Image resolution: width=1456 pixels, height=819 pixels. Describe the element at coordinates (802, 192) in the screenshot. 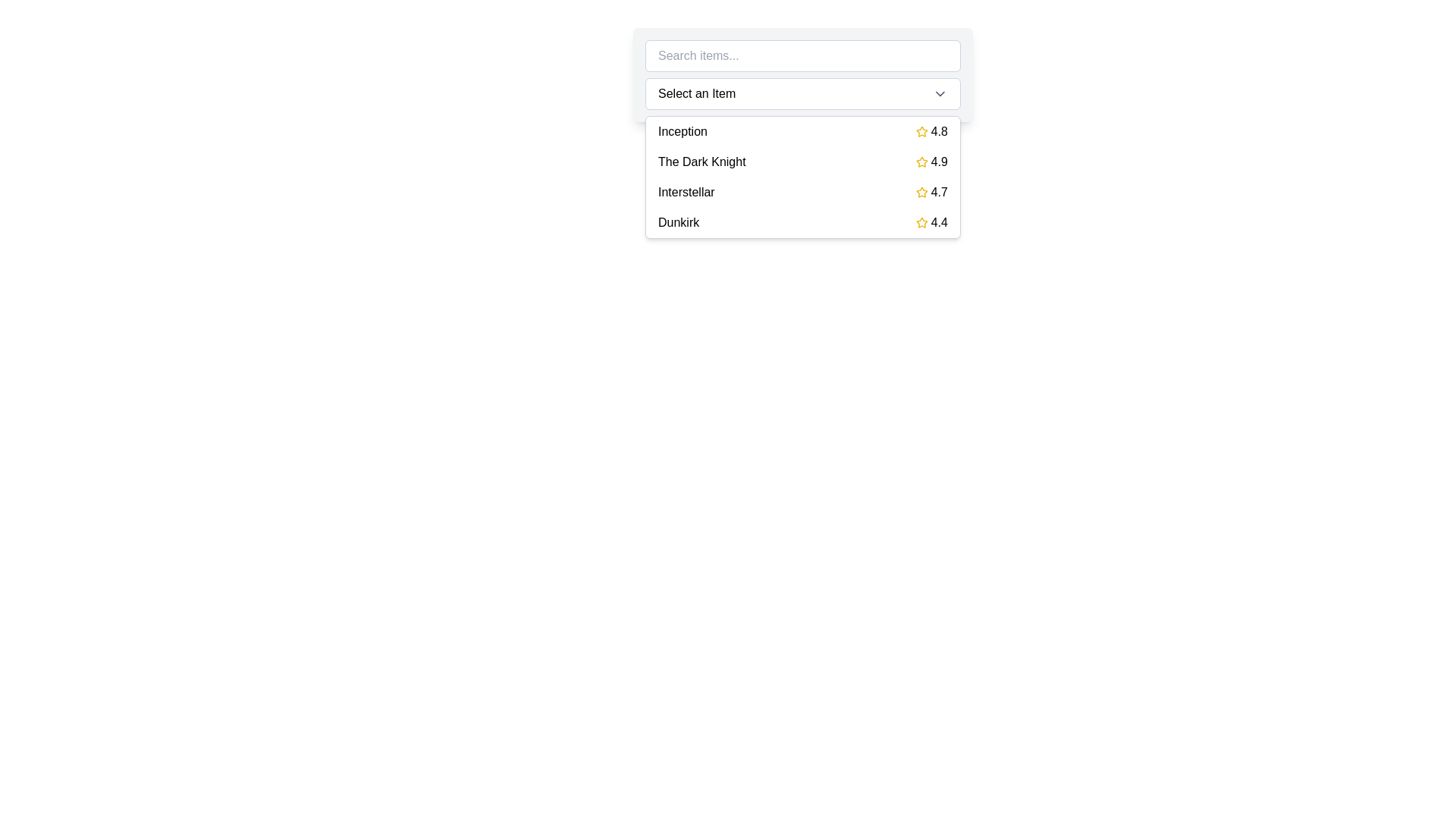

I see `the list item labeled 'Interstellar' with a rating of '4.7' in the dropdown menu` at that location.